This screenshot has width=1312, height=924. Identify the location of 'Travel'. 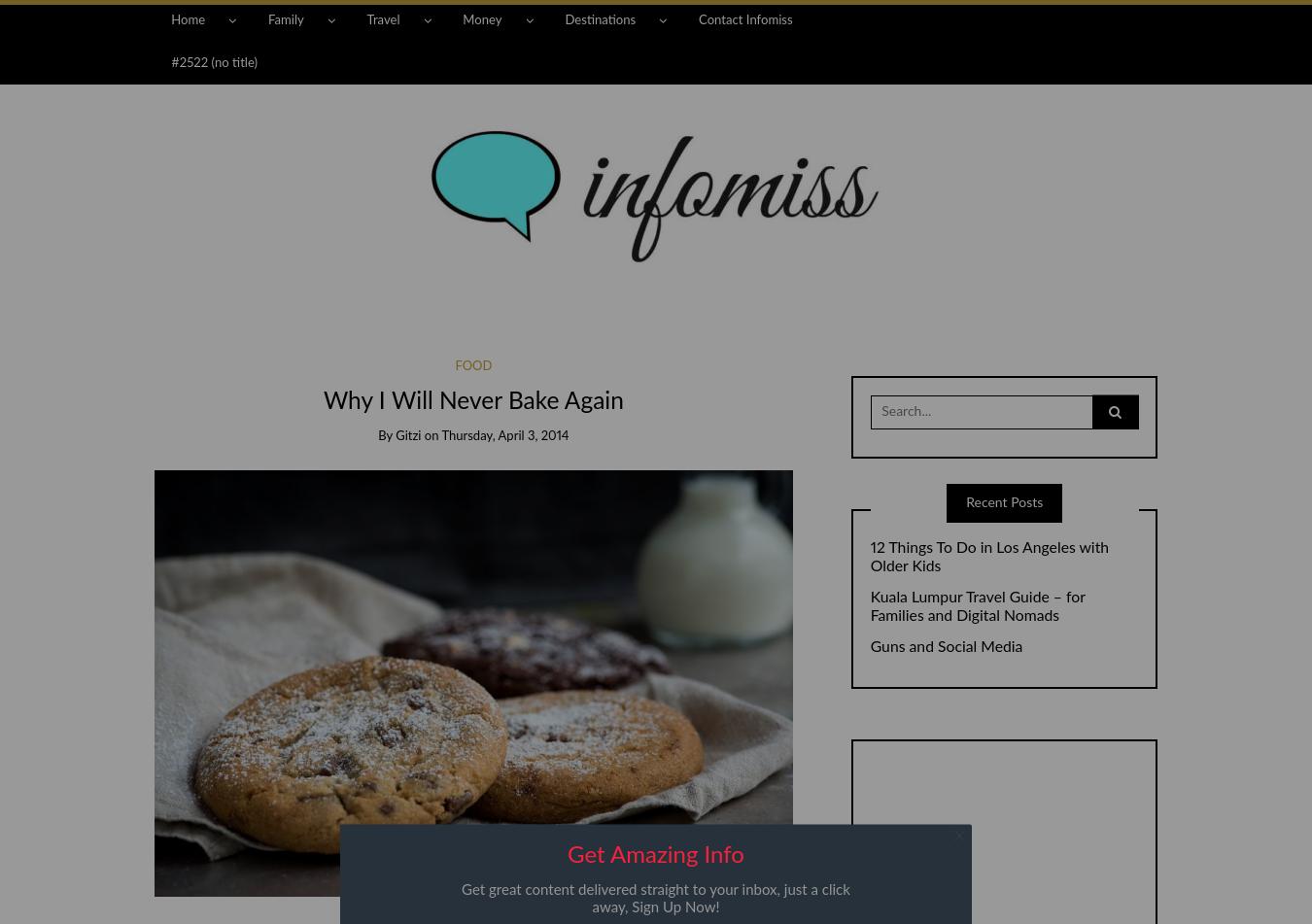
(383, 20).